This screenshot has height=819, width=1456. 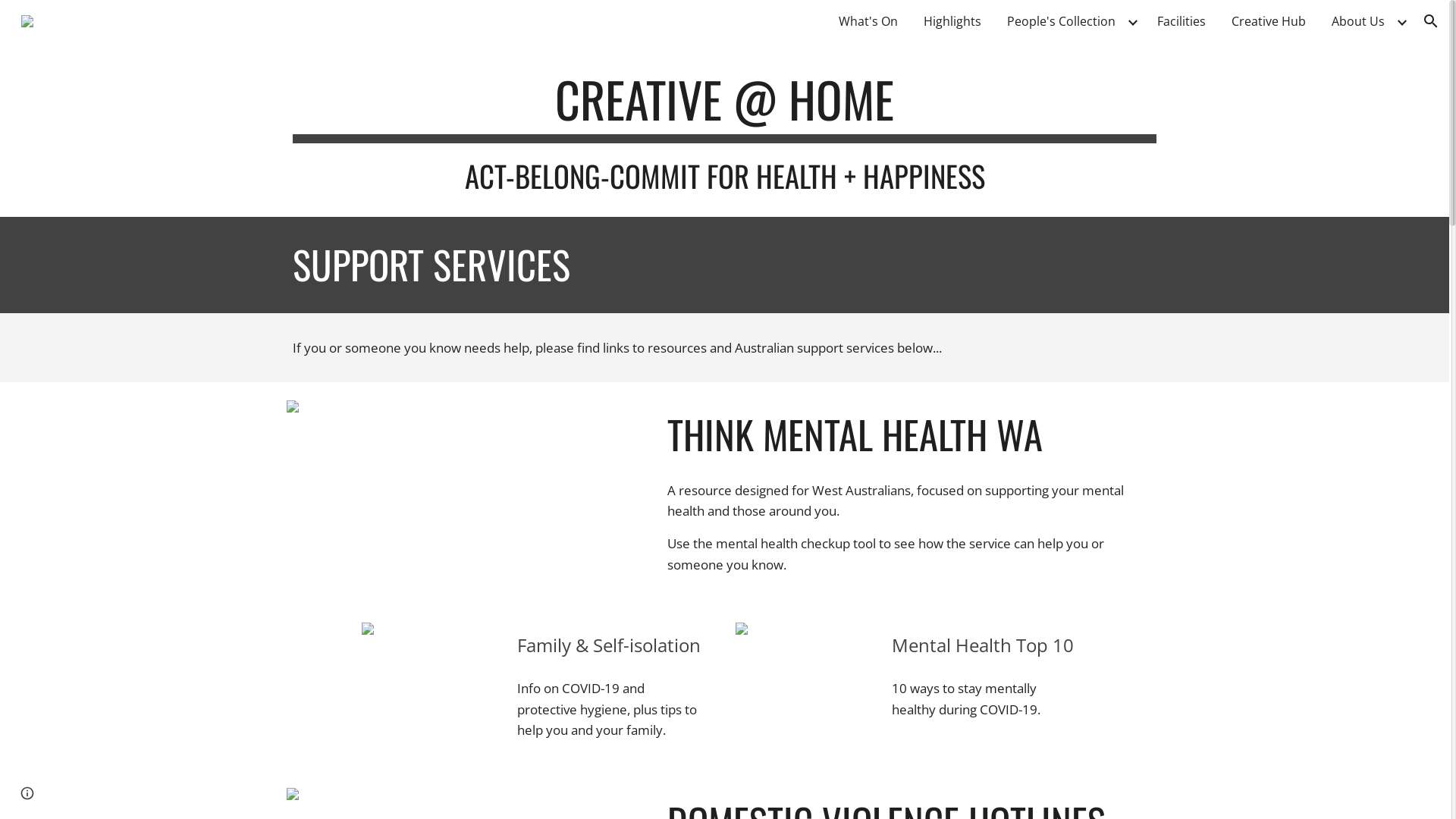 I want to click on 'Facilities', so click(x=1181, y=20).